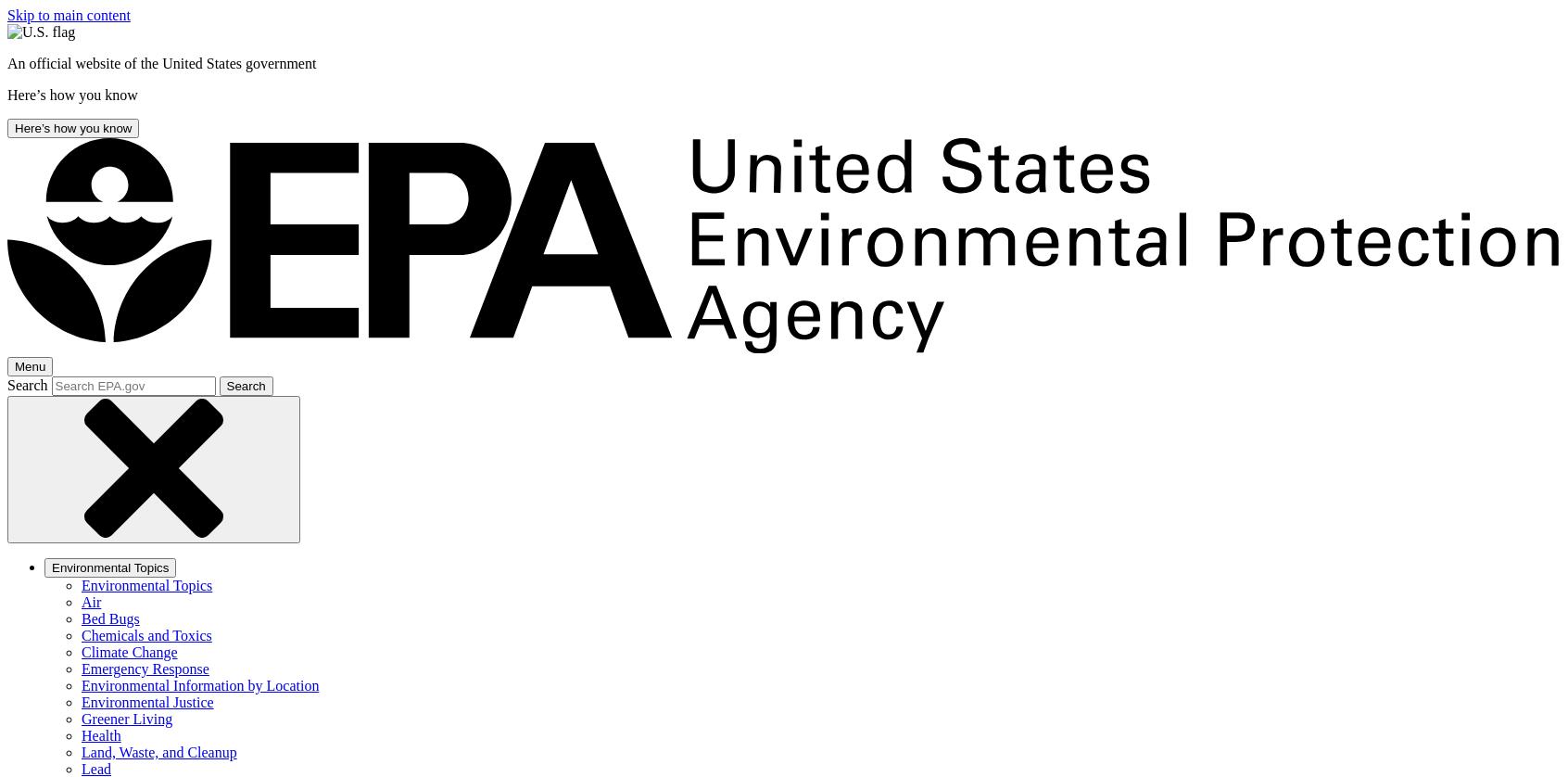 Image resolution: width=1568 pixels, height=777 pixels. Describe the element at coordinates (29, 365) in the screenshot. I see `'Menu'` at that location.